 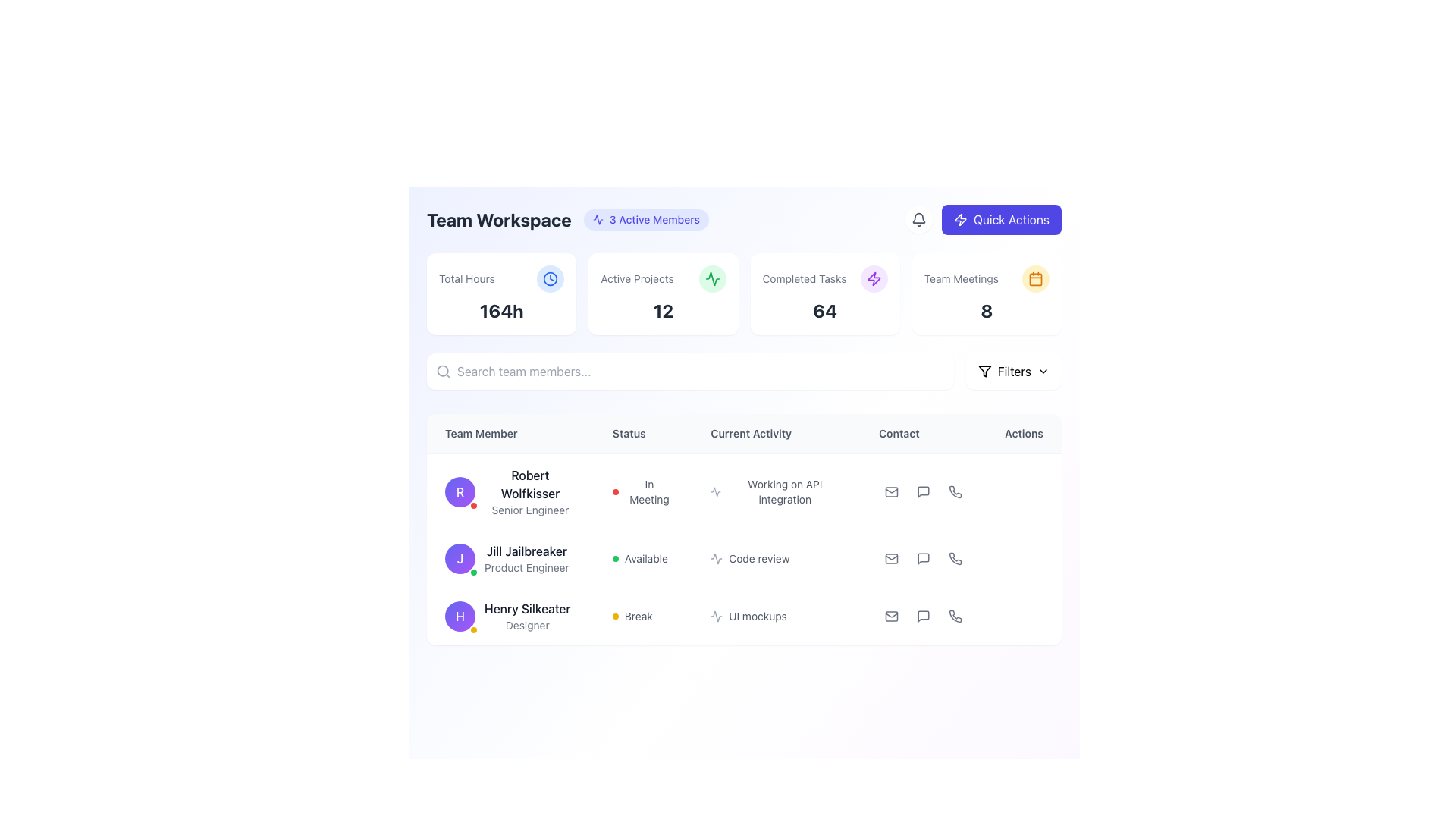 What do you see at coordinates (777, 617) in the screenshot?
I see `the Label displaying 'UI mockups' with a heartbeat icon, which is the third component under the 'Current Activity' column associated with team member Henry Silkeater` at bounding box center [777, 617].